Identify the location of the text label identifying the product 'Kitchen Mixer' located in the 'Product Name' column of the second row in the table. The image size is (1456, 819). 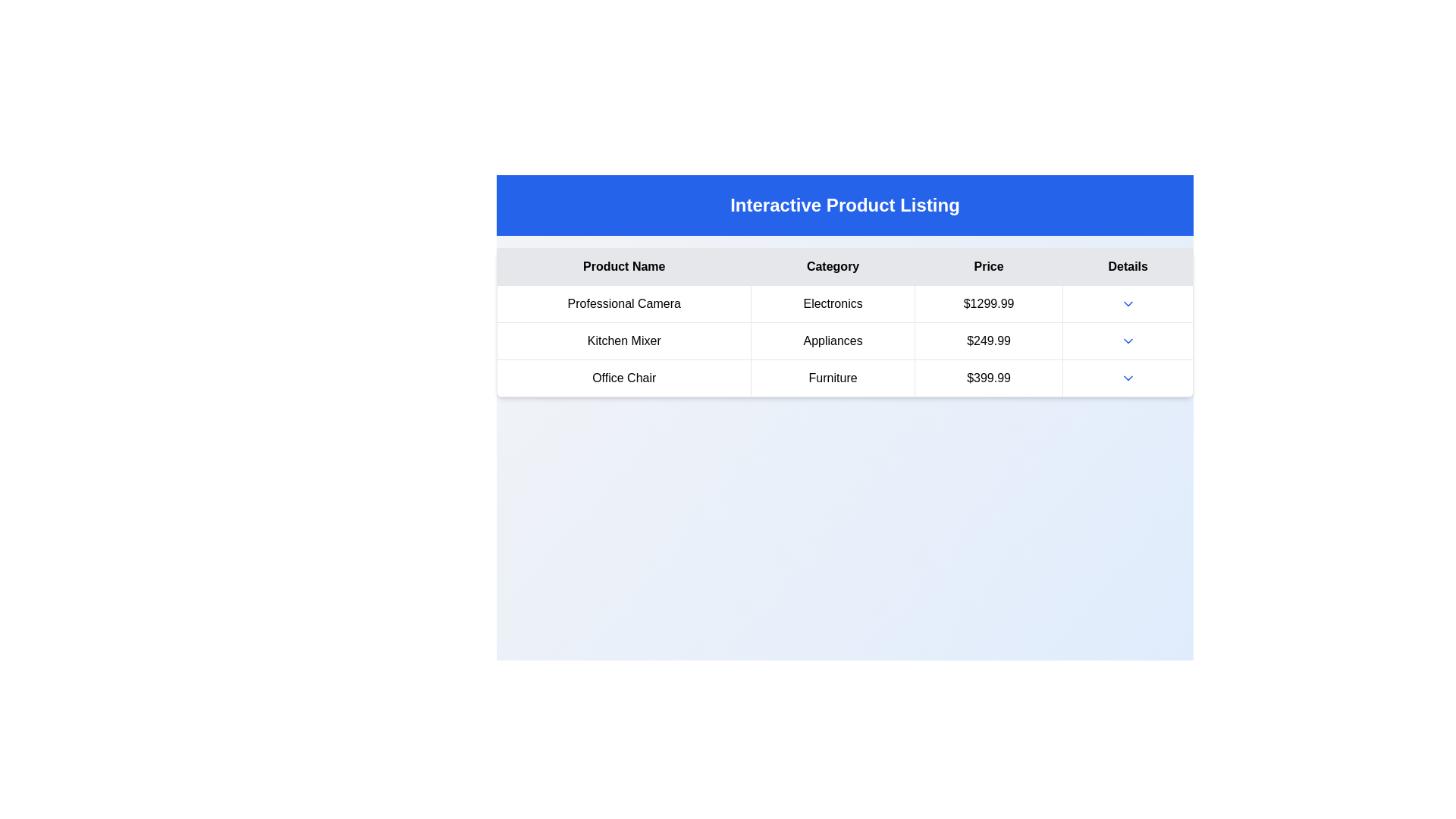
(624, 341).